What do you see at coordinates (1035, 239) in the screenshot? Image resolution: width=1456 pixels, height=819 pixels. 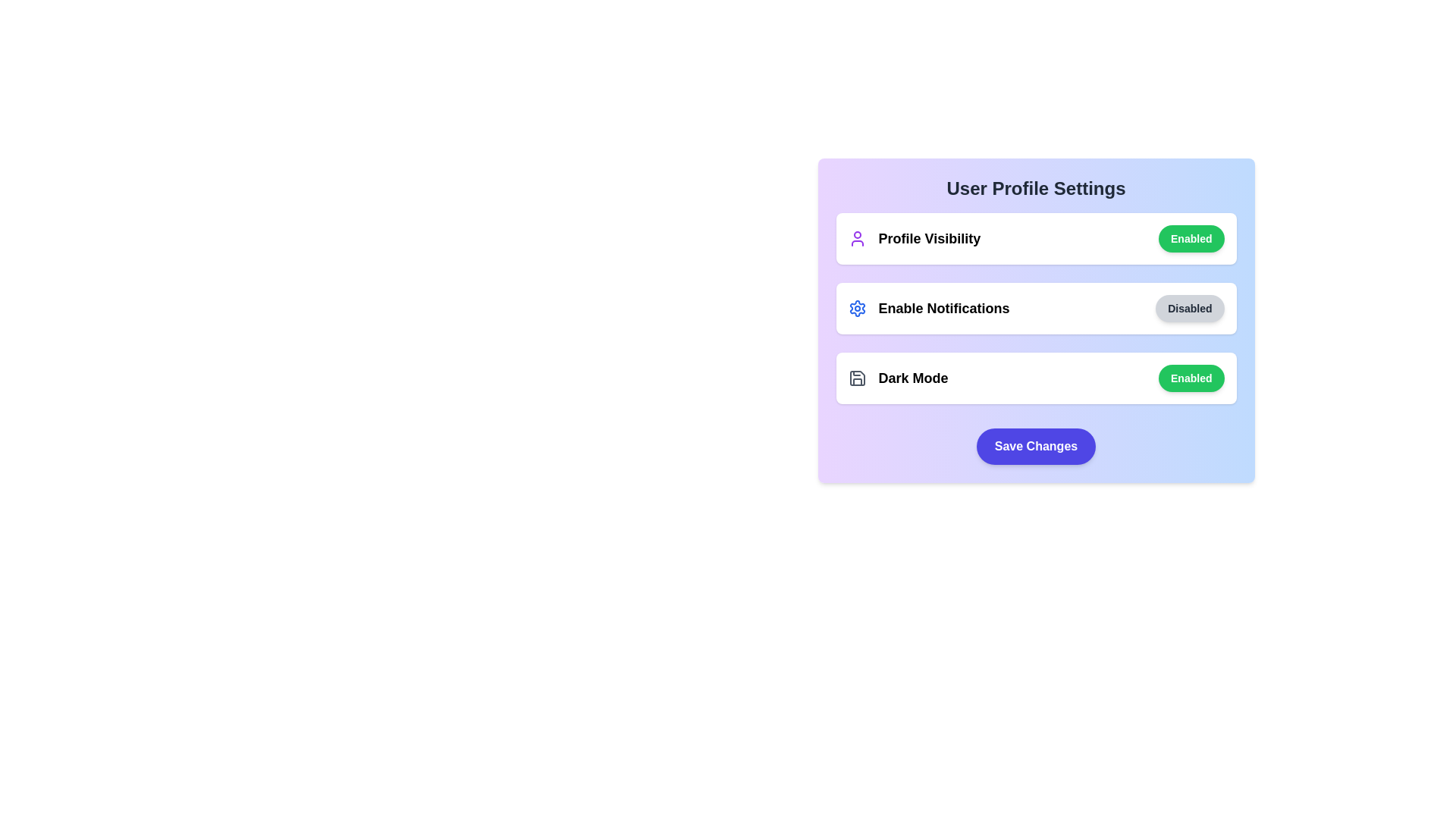 I see `the Profile Visibility section to observe visual feedback` at bounding box center [1035, 239].